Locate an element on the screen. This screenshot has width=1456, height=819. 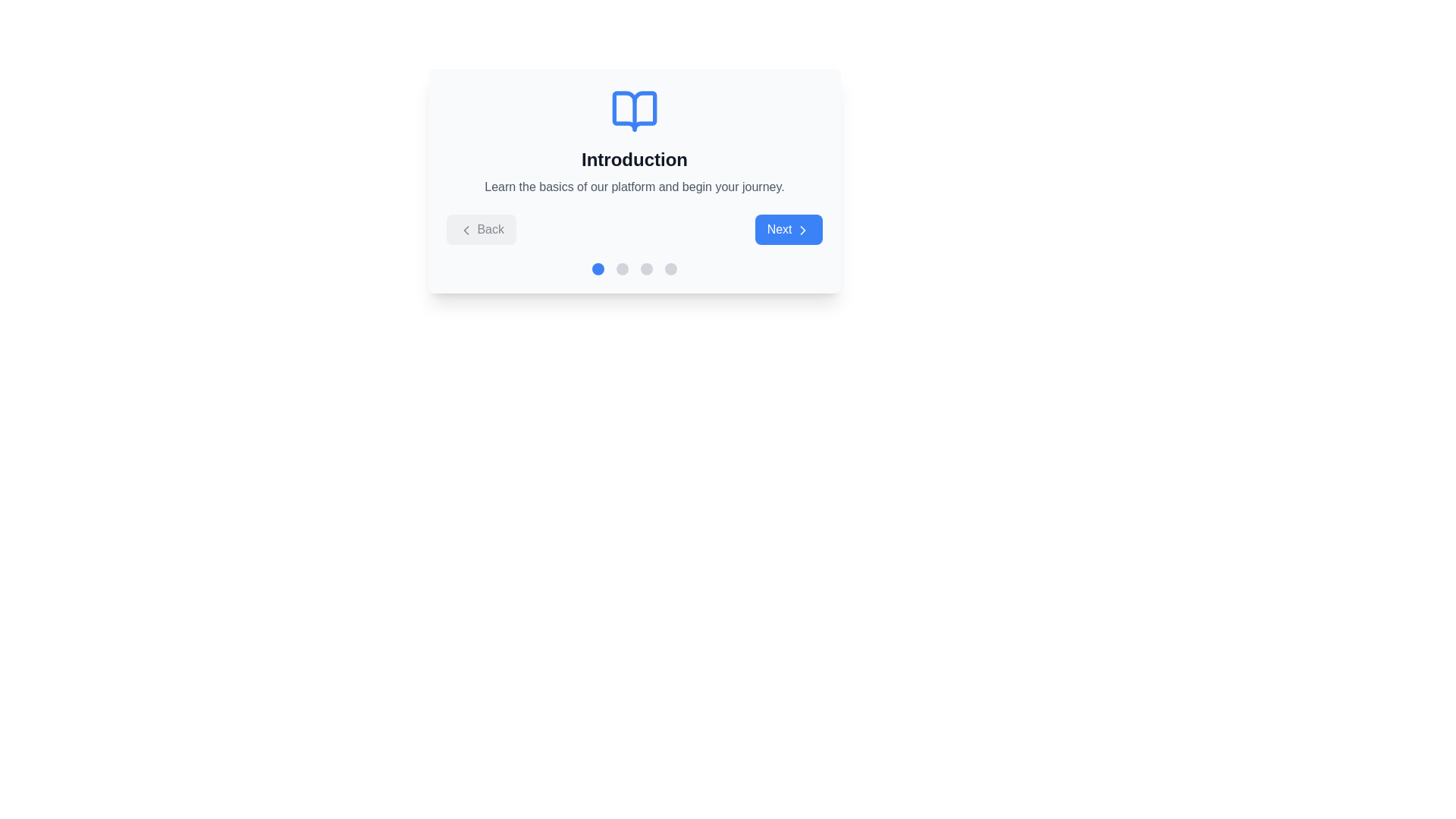
the fourth circular progress indicator with a gray fill, located at the bottom of the card component is located at coordinates (670, 268).